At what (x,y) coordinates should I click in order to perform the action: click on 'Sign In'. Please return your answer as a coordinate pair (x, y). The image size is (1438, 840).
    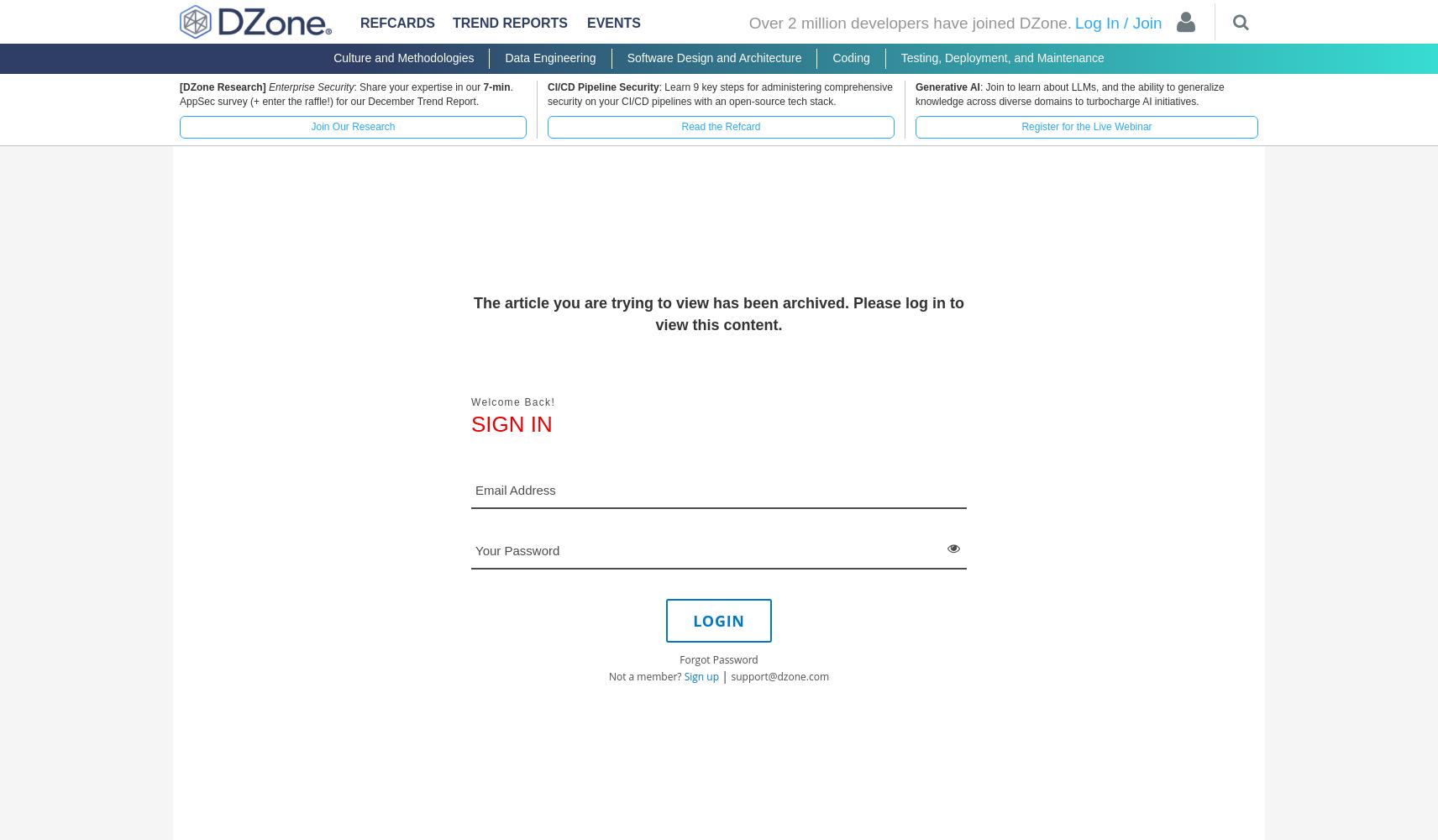
    Looking at the image, I should click on (510, 423).